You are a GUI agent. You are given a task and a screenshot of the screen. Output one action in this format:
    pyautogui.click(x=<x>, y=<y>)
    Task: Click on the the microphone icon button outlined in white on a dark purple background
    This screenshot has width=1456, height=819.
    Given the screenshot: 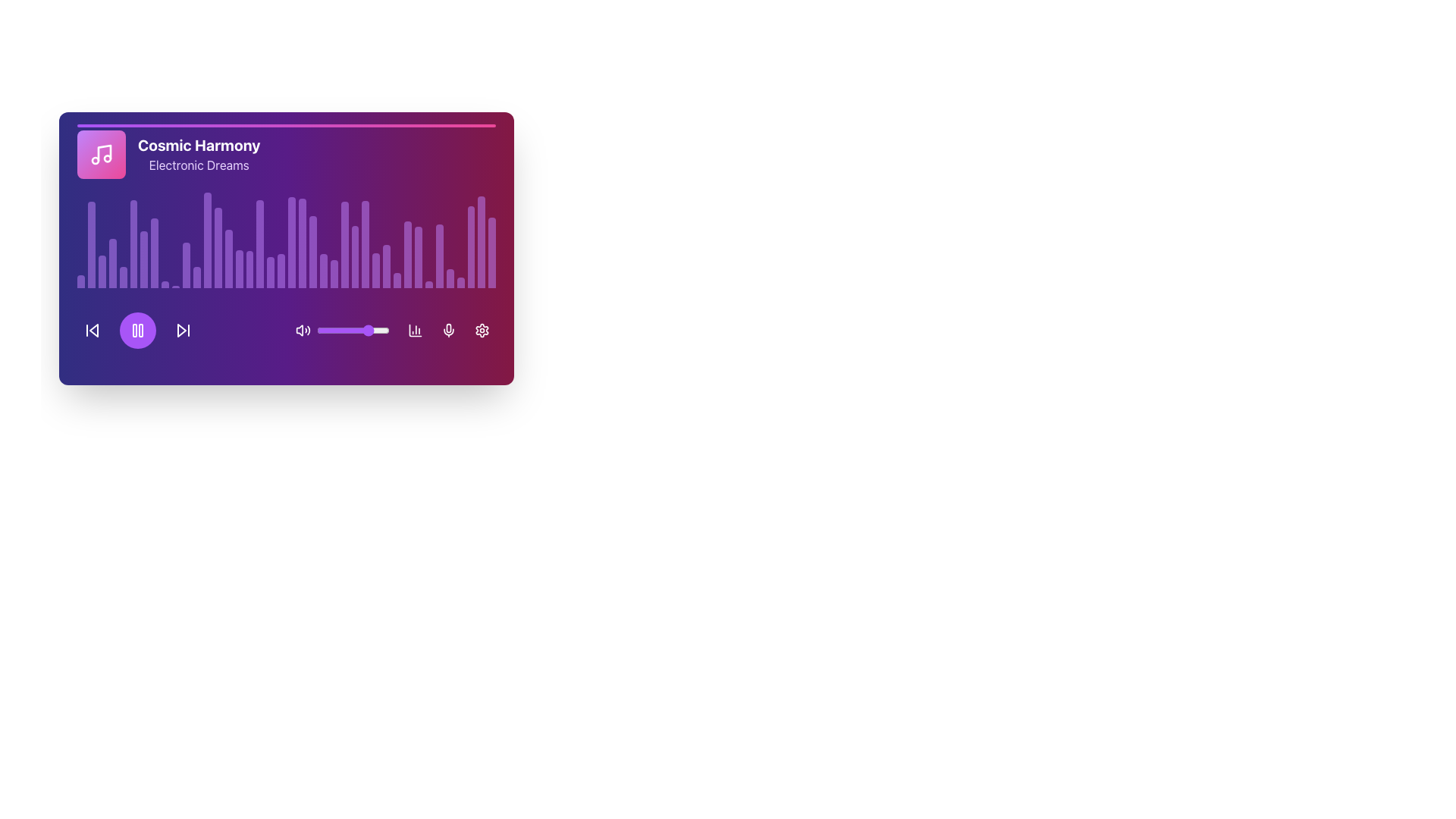 What is the action you would take?
    pyautogui.click(x=447, y=329)
    